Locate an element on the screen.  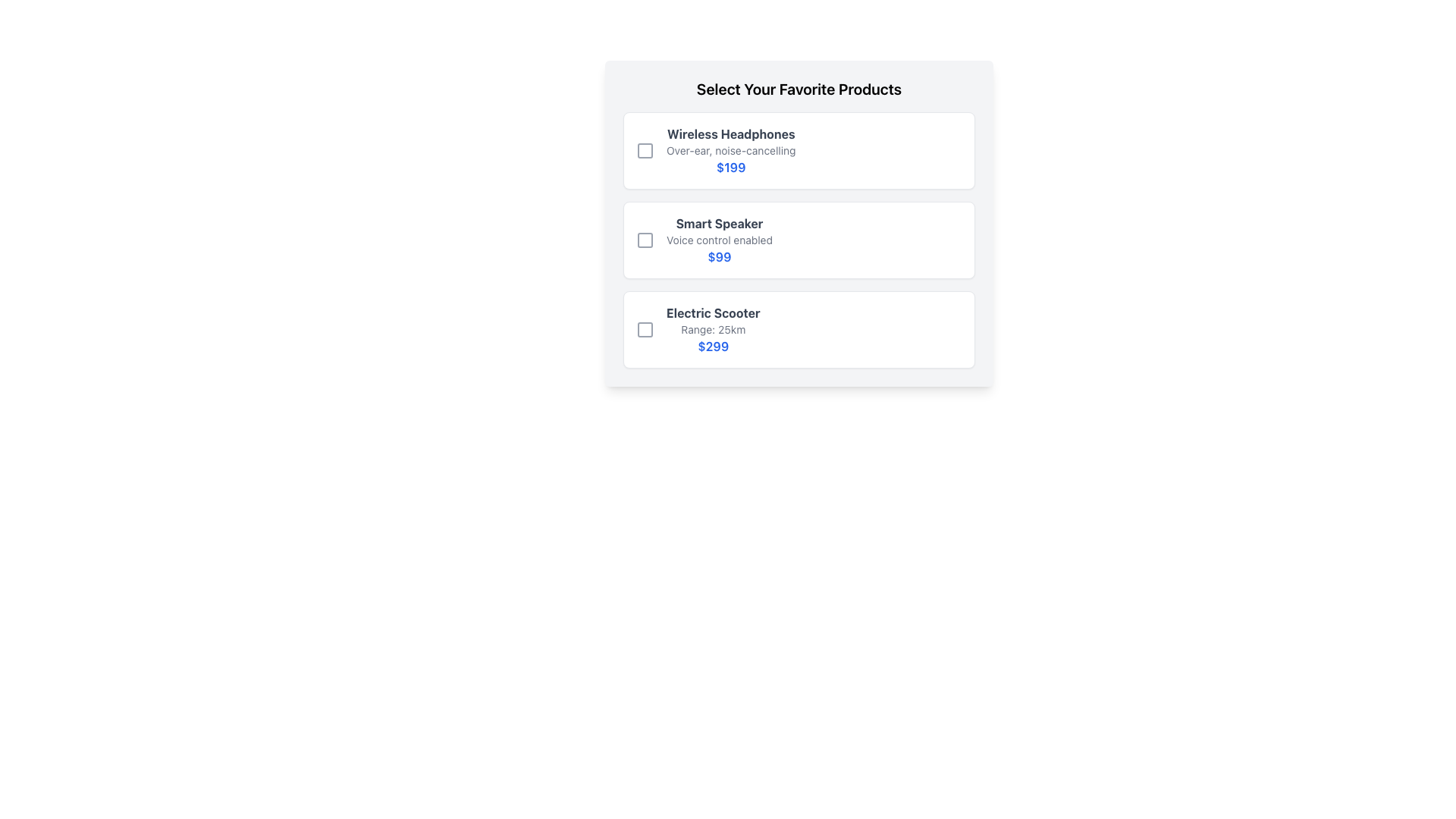
the checkbox or selection indicator located to the left of the 'Wireless Headphones' text is located at coordinates (645, 151).